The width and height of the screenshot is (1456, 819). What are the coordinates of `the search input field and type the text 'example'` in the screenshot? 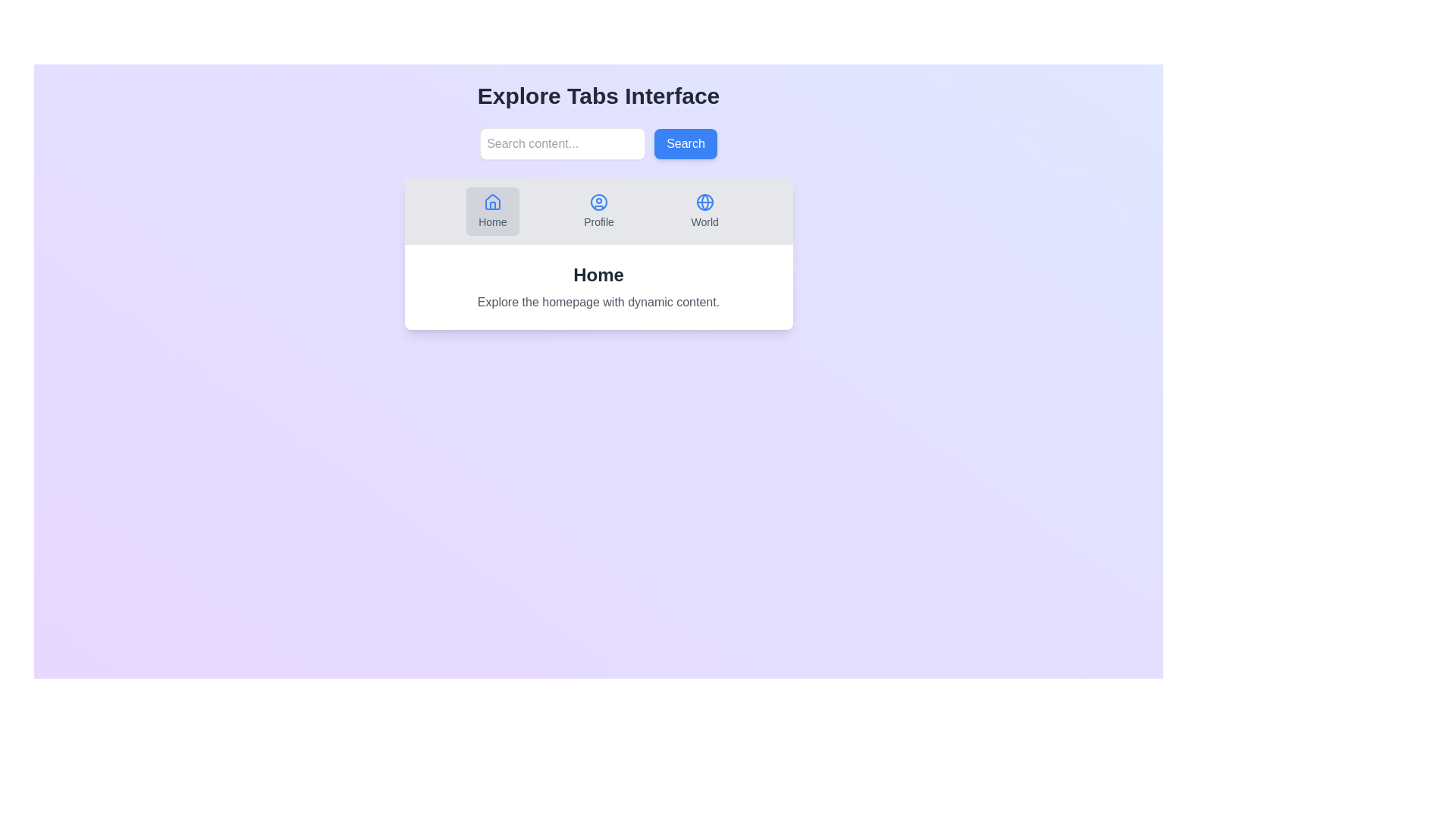 It's located at (562, 143).